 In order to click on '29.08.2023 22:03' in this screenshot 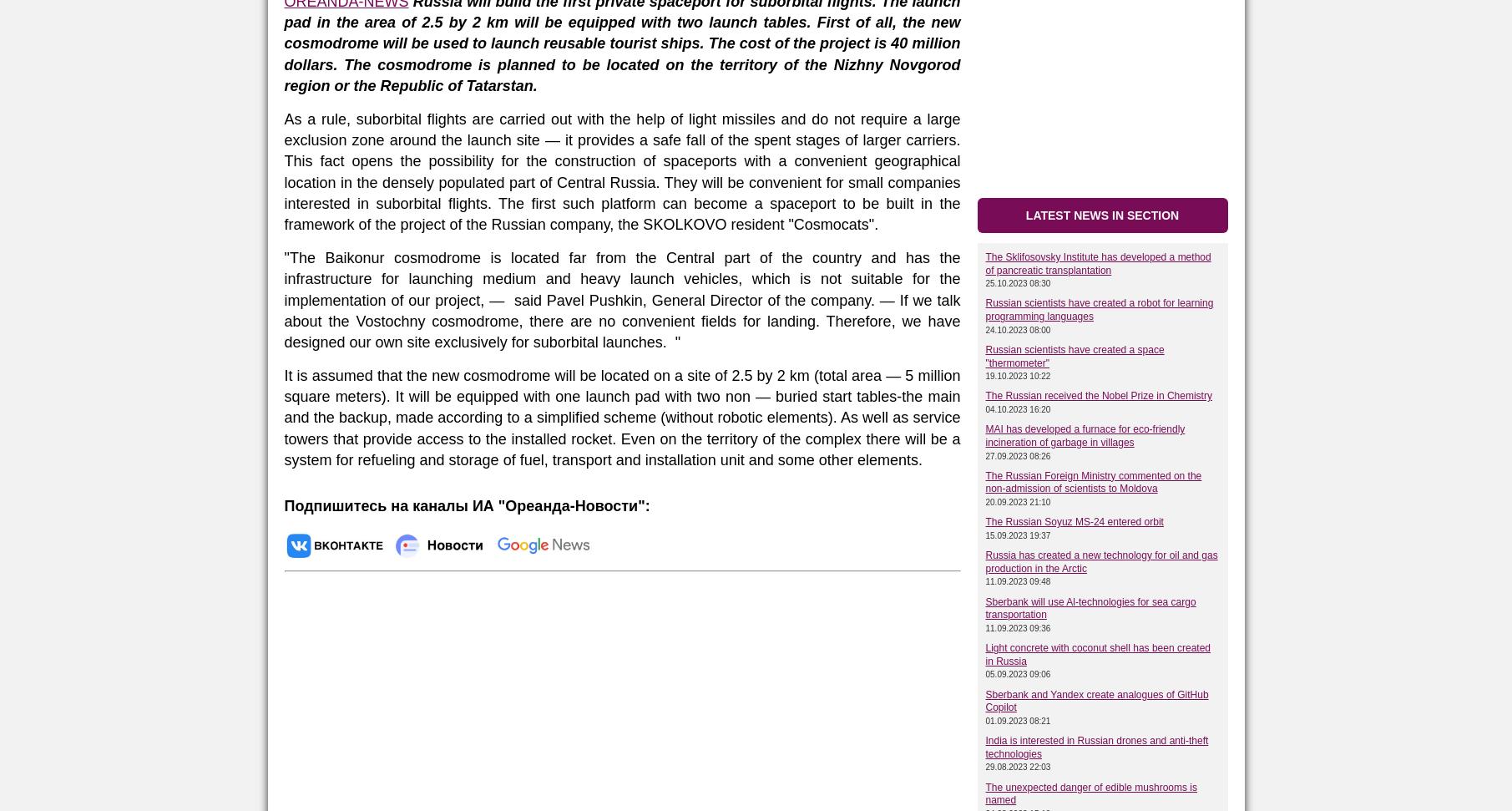, I will do `click(1017, 766)`.